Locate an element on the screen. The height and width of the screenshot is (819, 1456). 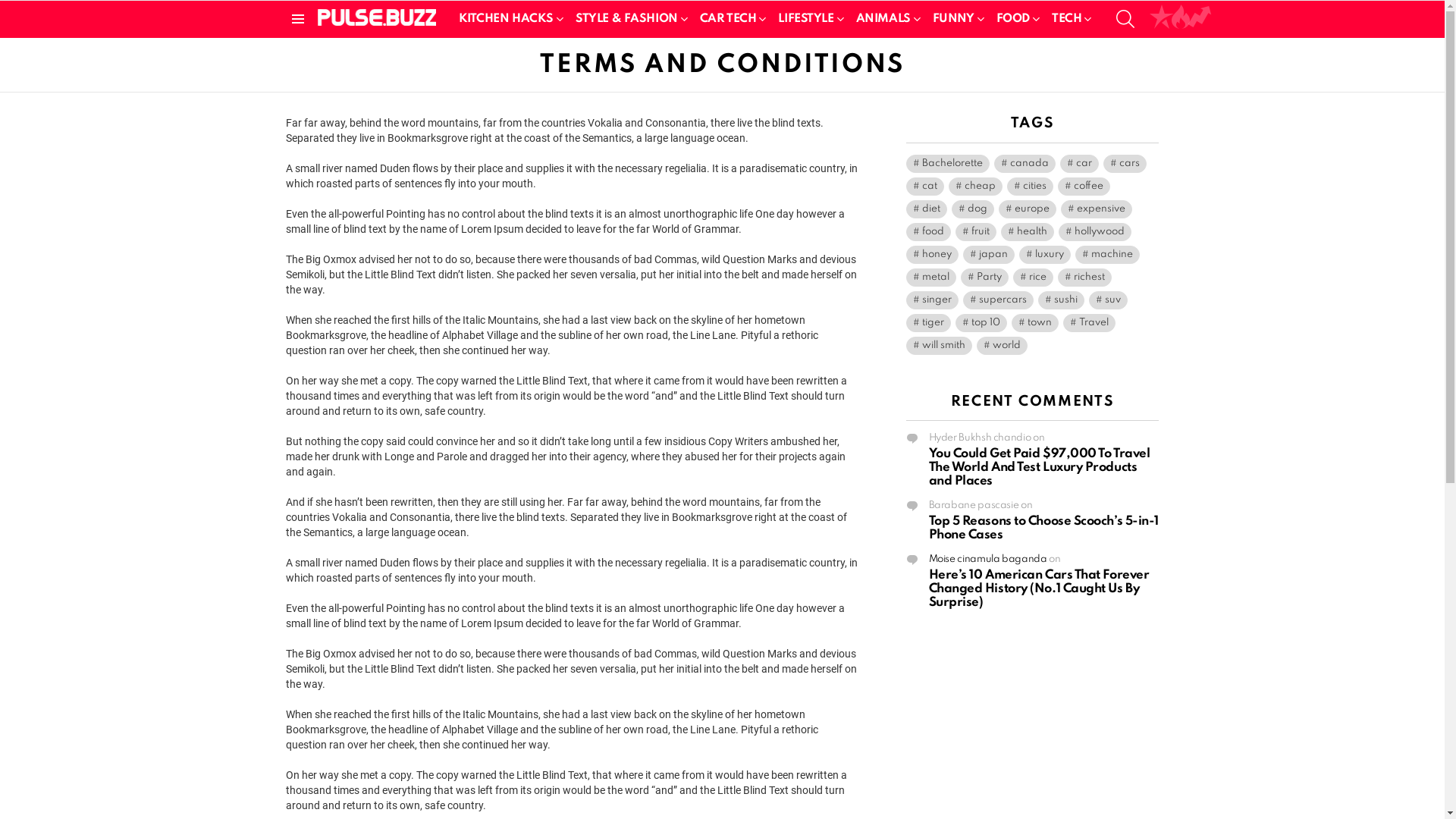
'diet' is located at coordinates (905, 209).